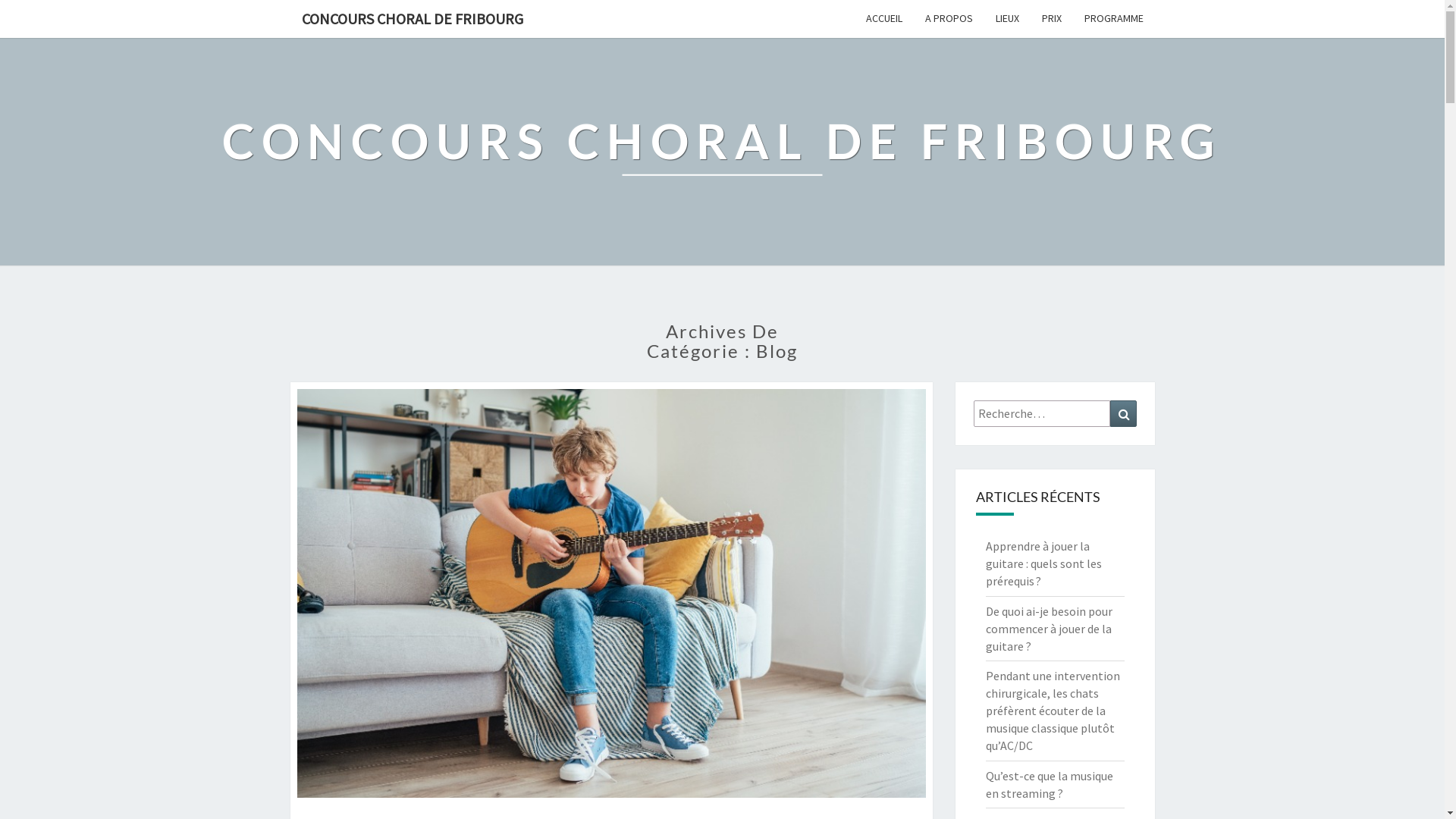  Describe the element at coordinates (1030, 17) in the screenshot. I see `'PRIX'` at that location.